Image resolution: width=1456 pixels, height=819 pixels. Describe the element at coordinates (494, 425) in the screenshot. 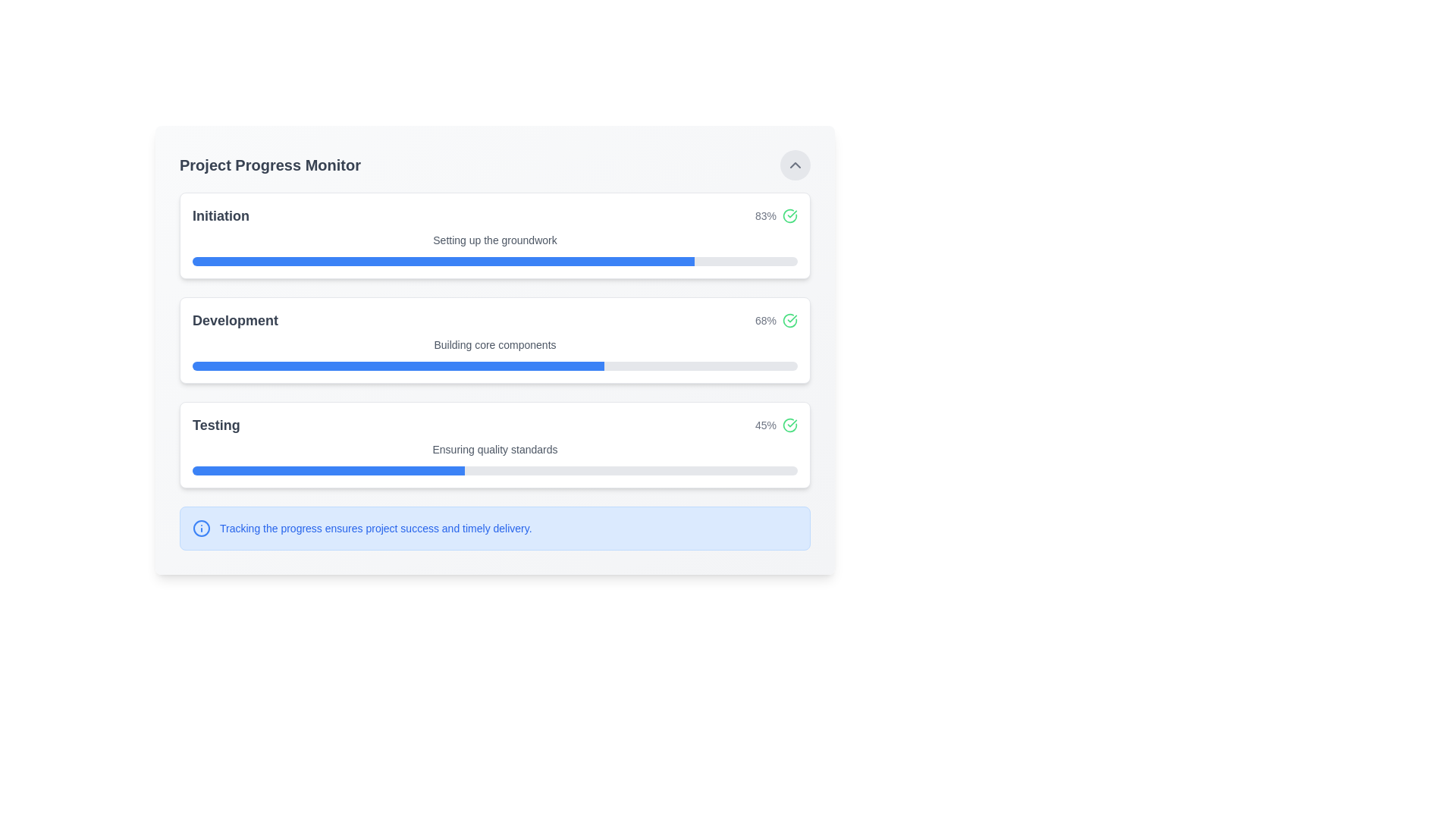

I see `the composite informational display element that indicates '45%' complete in the Testing phase, positioned between the Development and Tracking sections` at that location.